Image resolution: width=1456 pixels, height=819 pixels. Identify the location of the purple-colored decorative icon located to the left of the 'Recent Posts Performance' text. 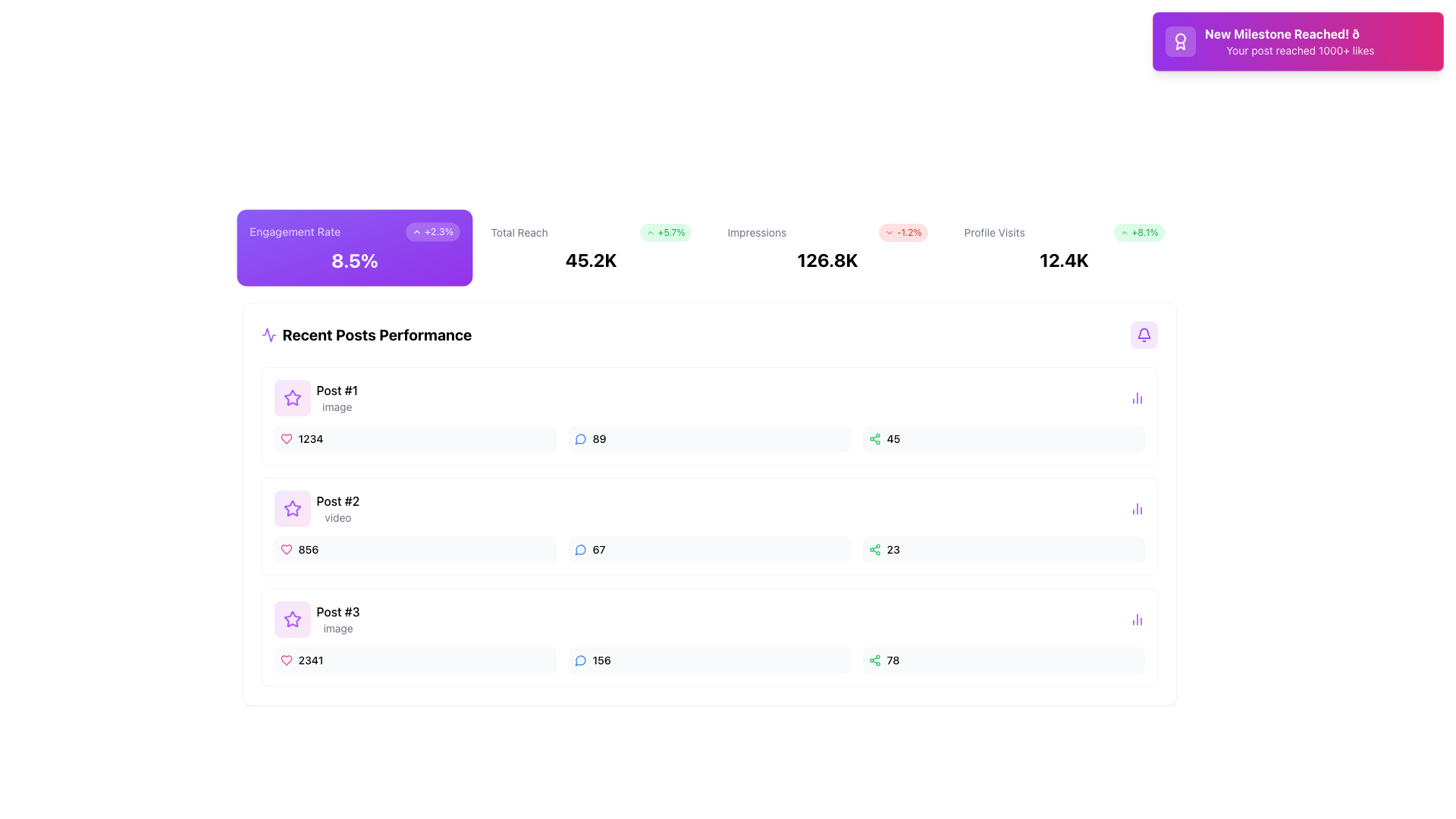
(268, 334).